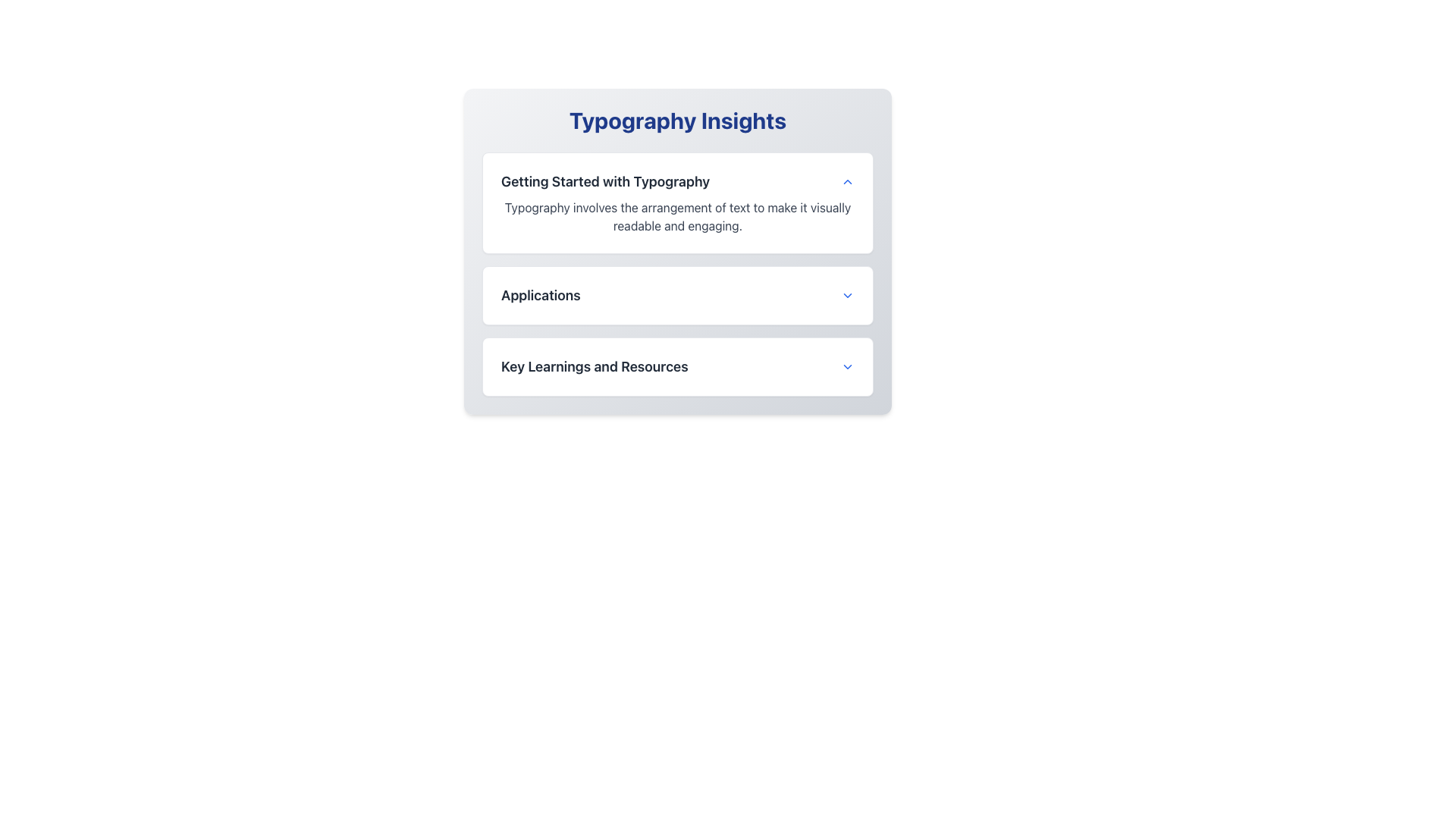 The height and width of the screenshot is (819, 1456). Describe the element at coordinates (847, 366) in the screenshot. I see `the blue downward-pointing arrow-shaped button located to the right of the text 'Key Learnings and Resources'` at that location.